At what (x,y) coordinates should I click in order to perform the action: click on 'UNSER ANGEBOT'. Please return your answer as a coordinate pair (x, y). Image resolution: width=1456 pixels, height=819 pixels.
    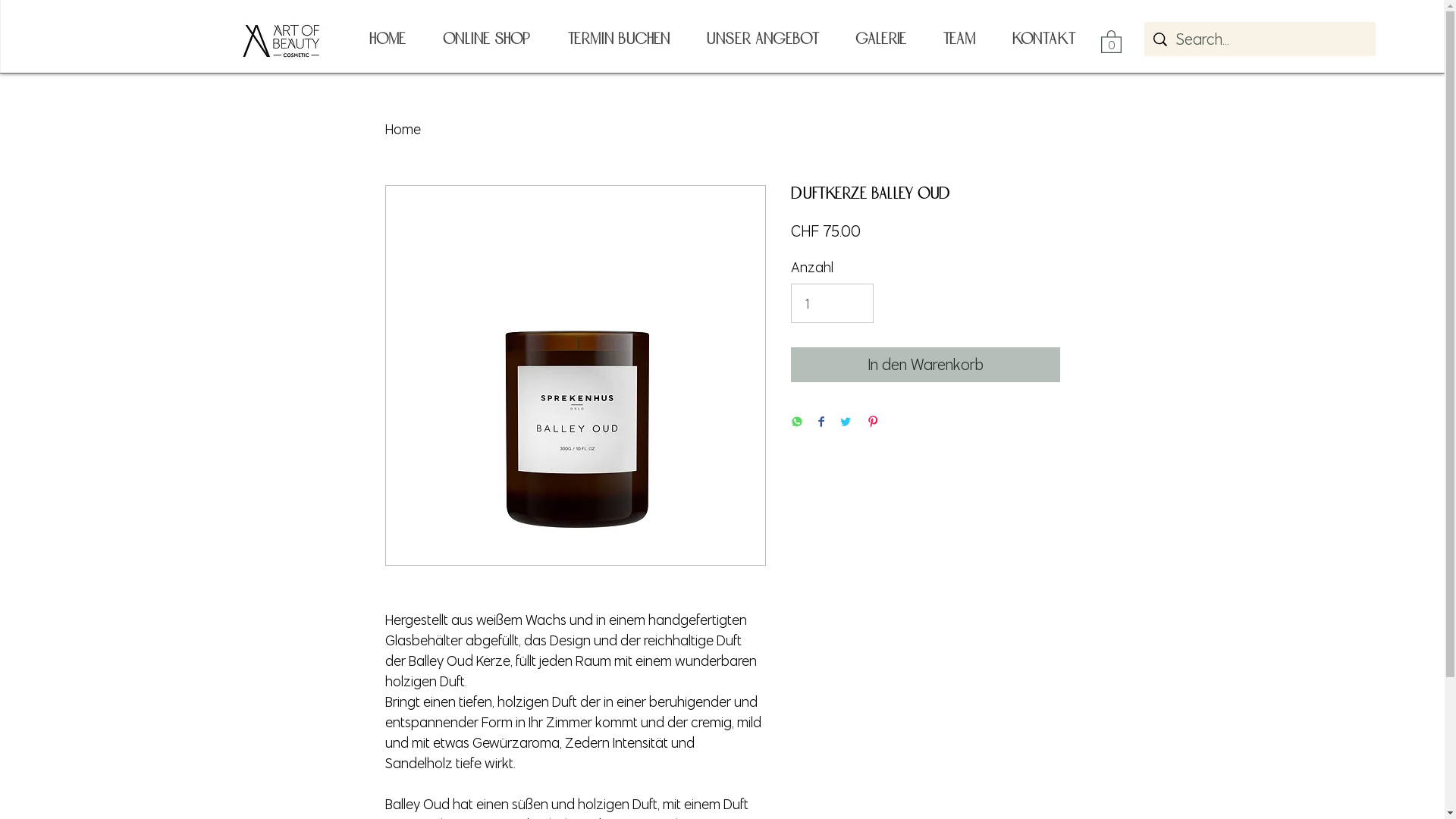
    Looking at the image, I should click on (761, 38).